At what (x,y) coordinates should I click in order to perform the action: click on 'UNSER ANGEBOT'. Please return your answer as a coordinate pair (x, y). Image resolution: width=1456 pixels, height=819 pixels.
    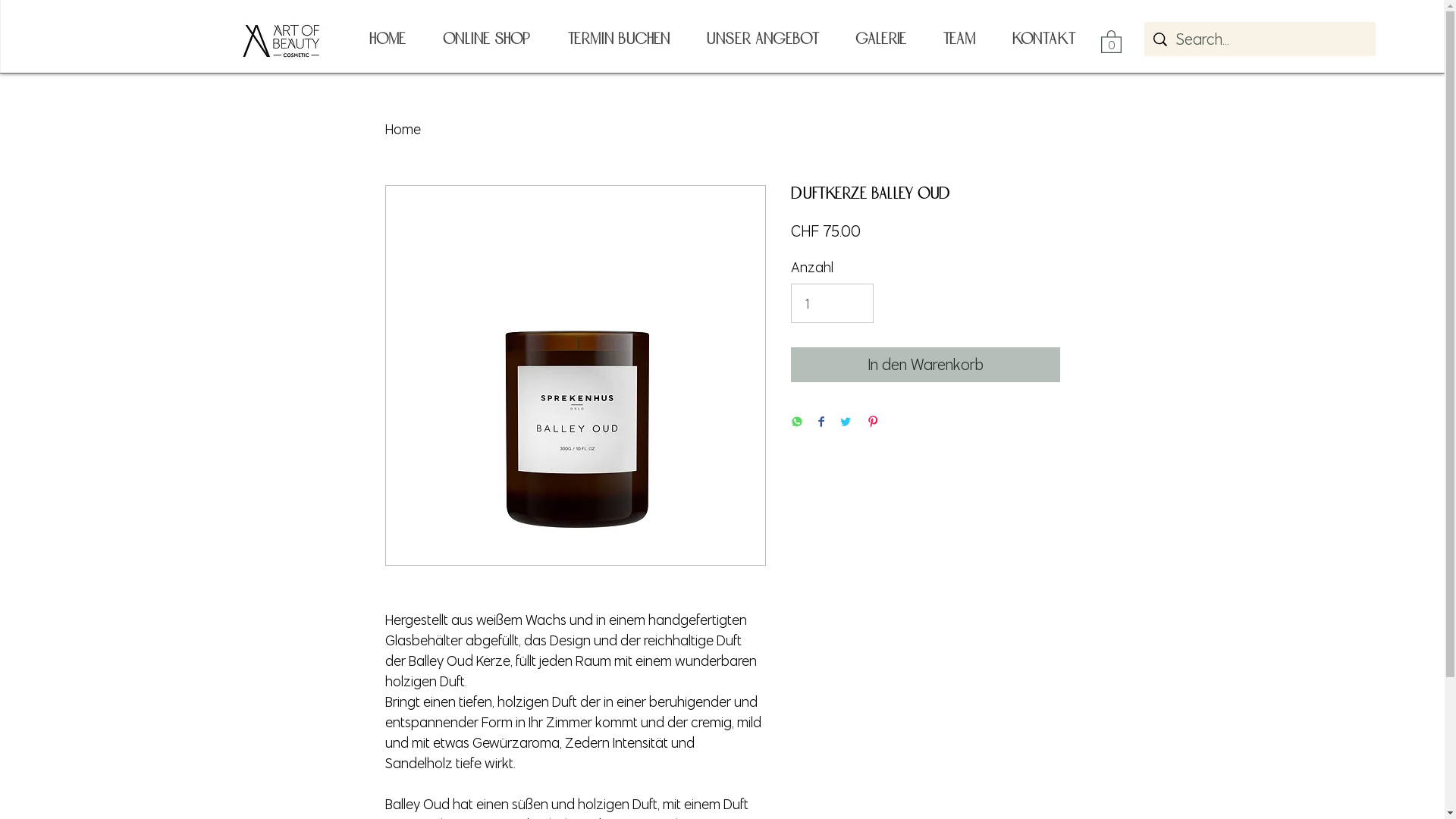
    Looking at the image, I should click on (761, 38).